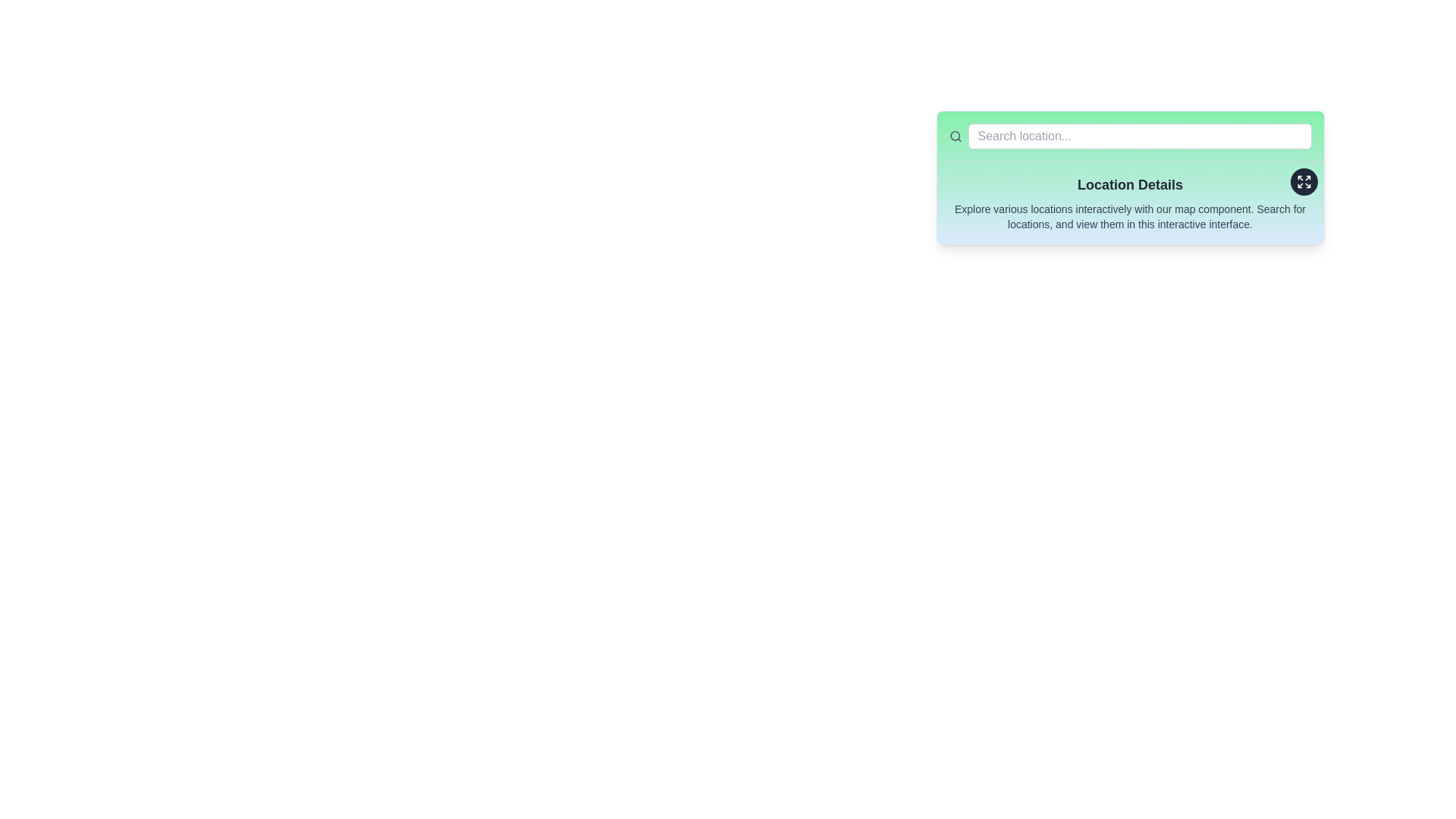 The height and width of the screenshot is (819, 1456). What do you see at coordinates (1130, 184) in the screenshot?
I see `heading text element 'Location Details' which is styled in bold serif font and located at the top of the card with a mint green background` at bounding box center [1130, 184].